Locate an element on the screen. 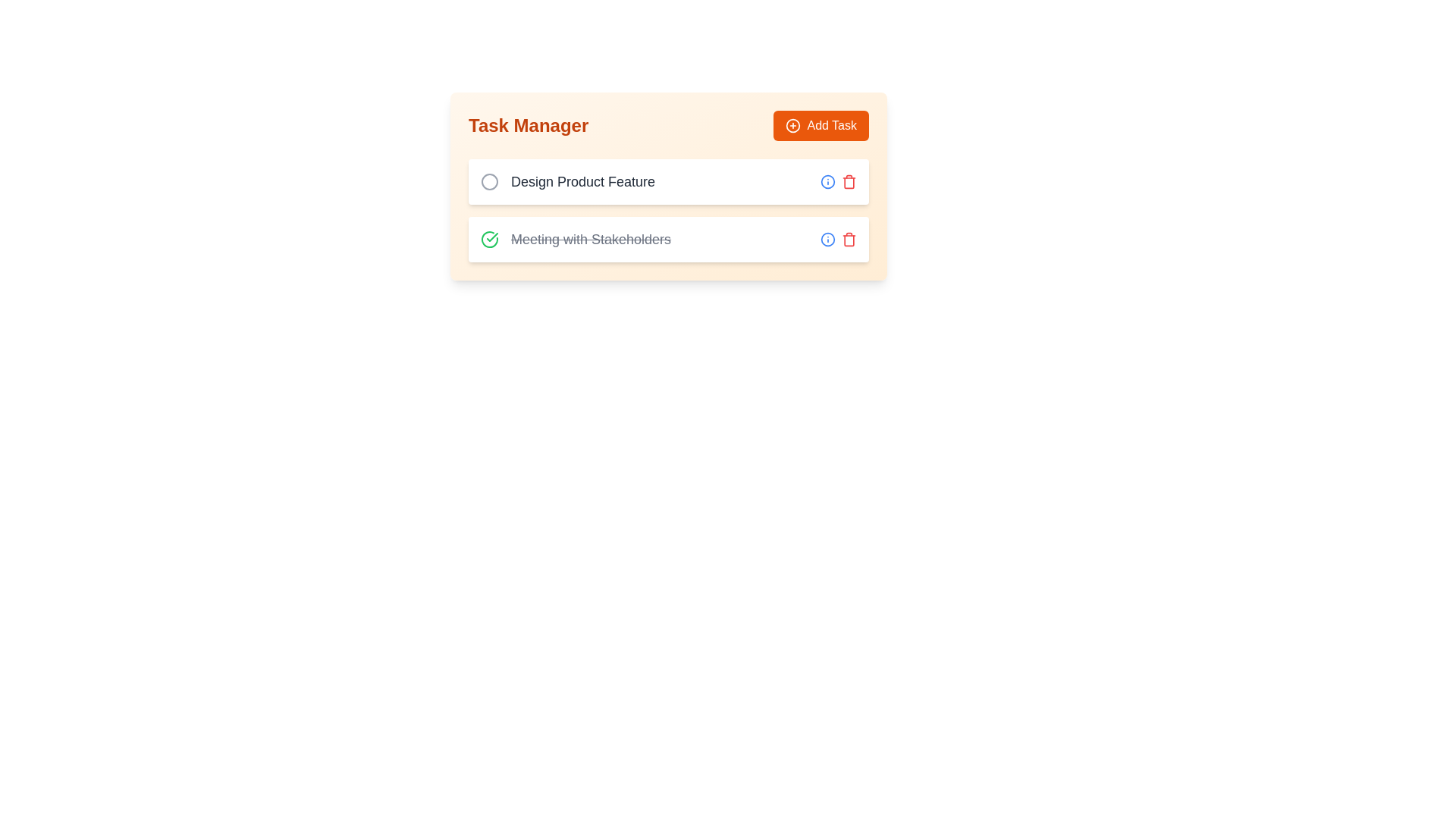 The width and height of the screenshot is (1456, 819). the static text label reading 'Design Product Feature' styled in dark gray font on a light background, located in the first task item of the 'Task Manager' interface is located at coordinates (582, 180).